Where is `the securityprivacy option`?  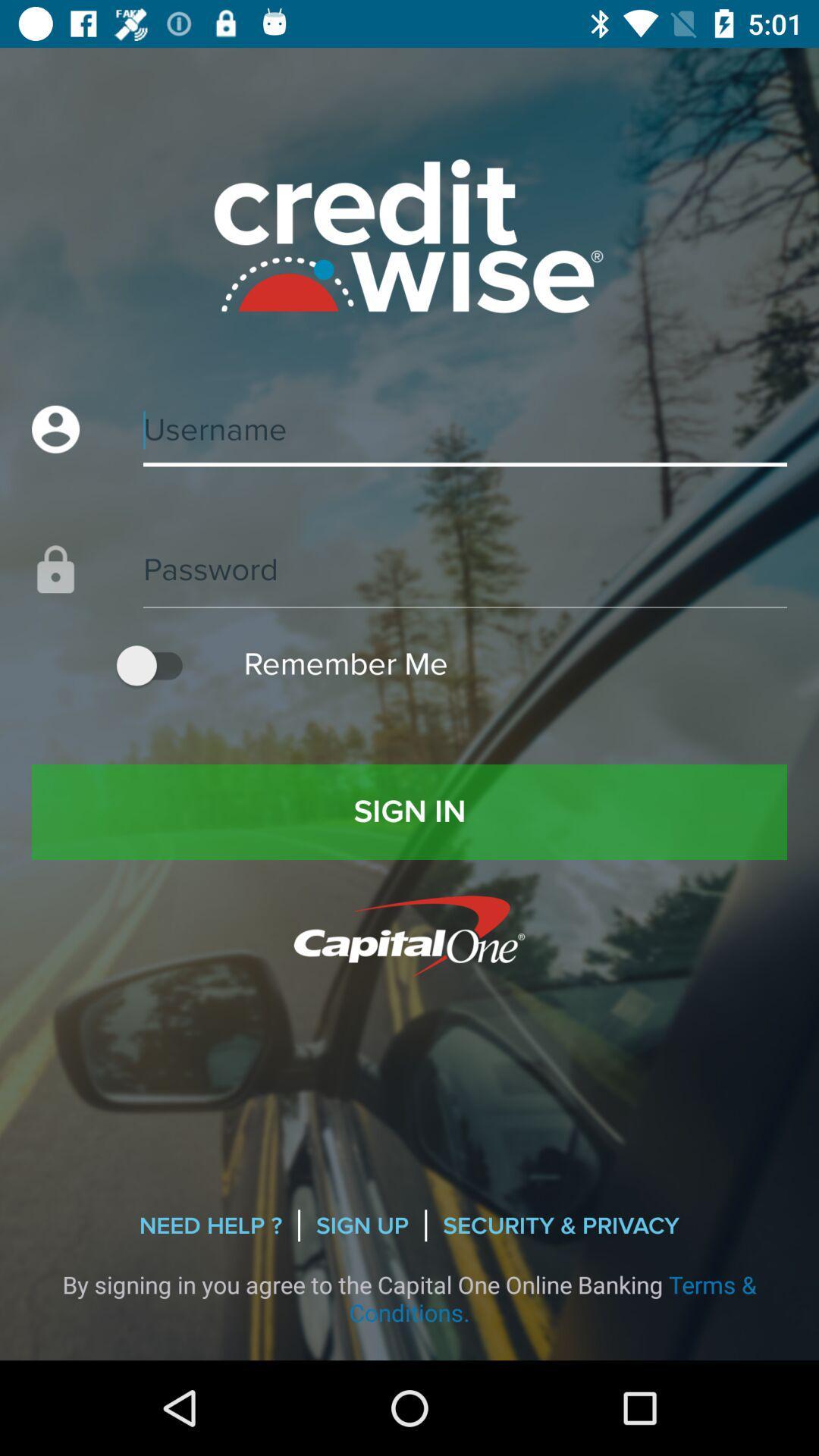 the securityprivacy option is located at coordinates (561, 1226).